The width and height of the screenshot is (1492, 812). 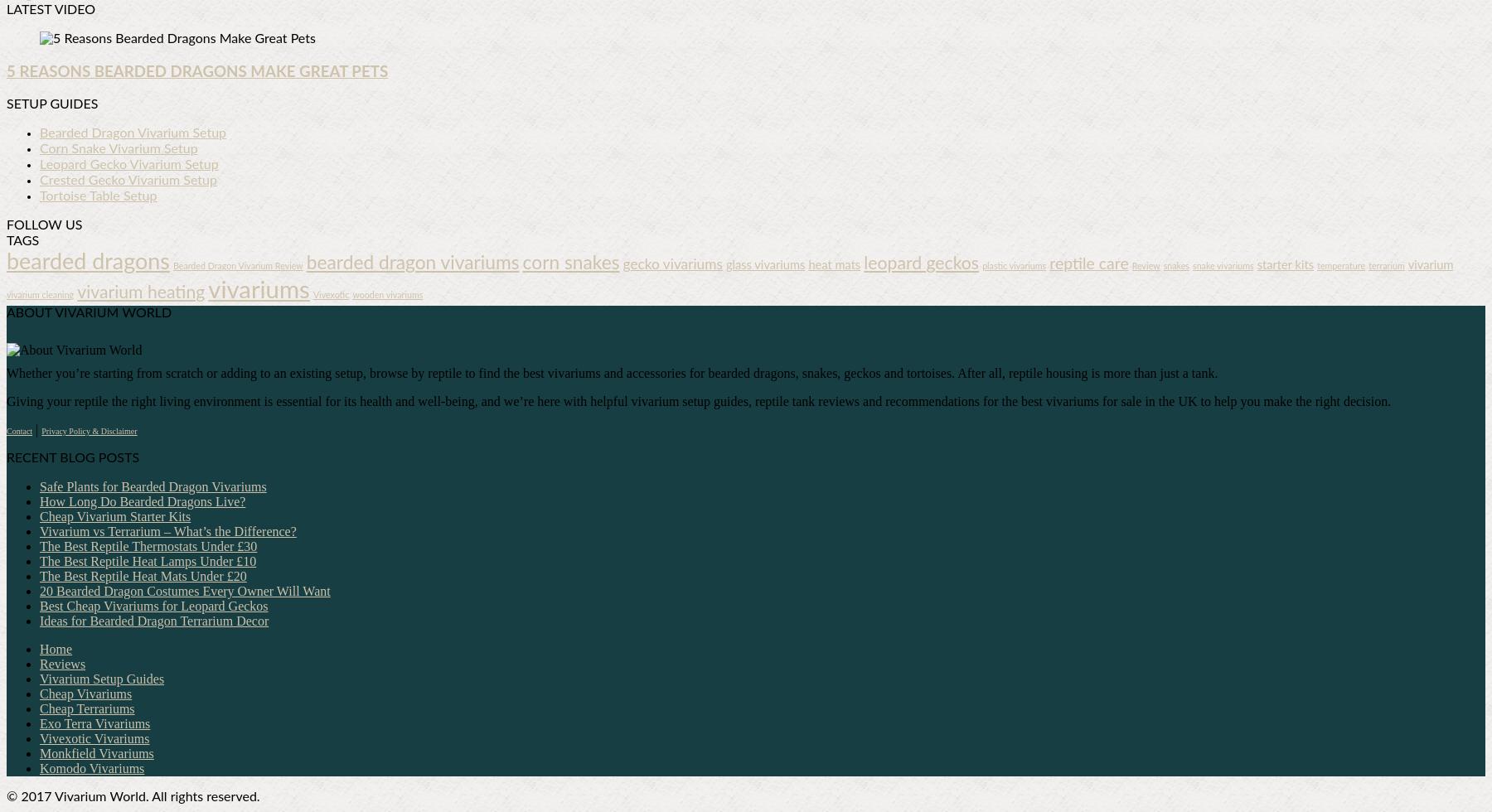 I want to click on 'glass vivariums', so click(x=764, y=265).